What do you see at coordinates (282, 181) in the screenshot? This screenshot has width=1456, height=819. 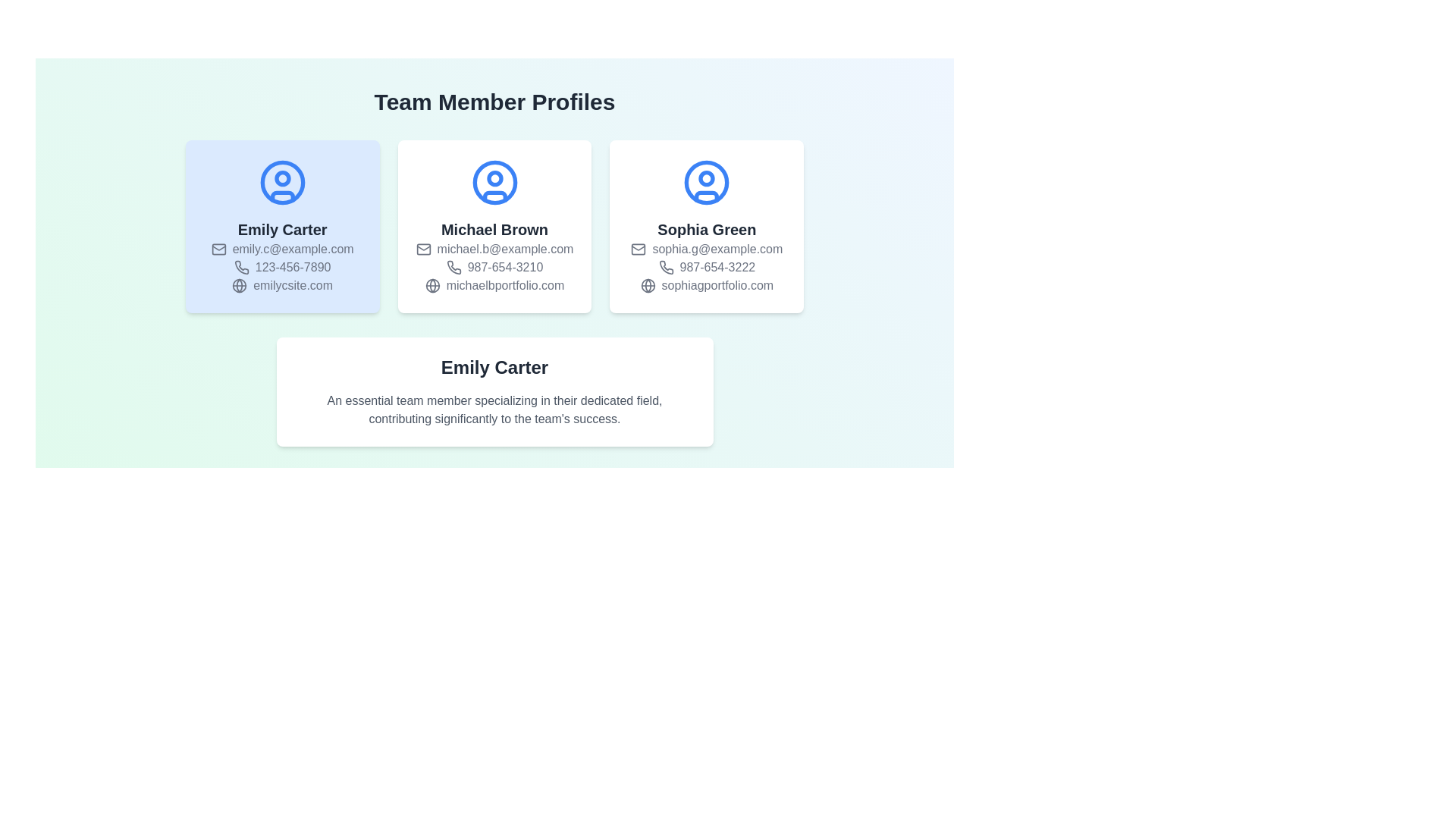 I see `the circular blue user profile icon representing 'Emily Carter' in the Team Member Profiles section, located at the top-center of the card` at bounding box center [282, 181].